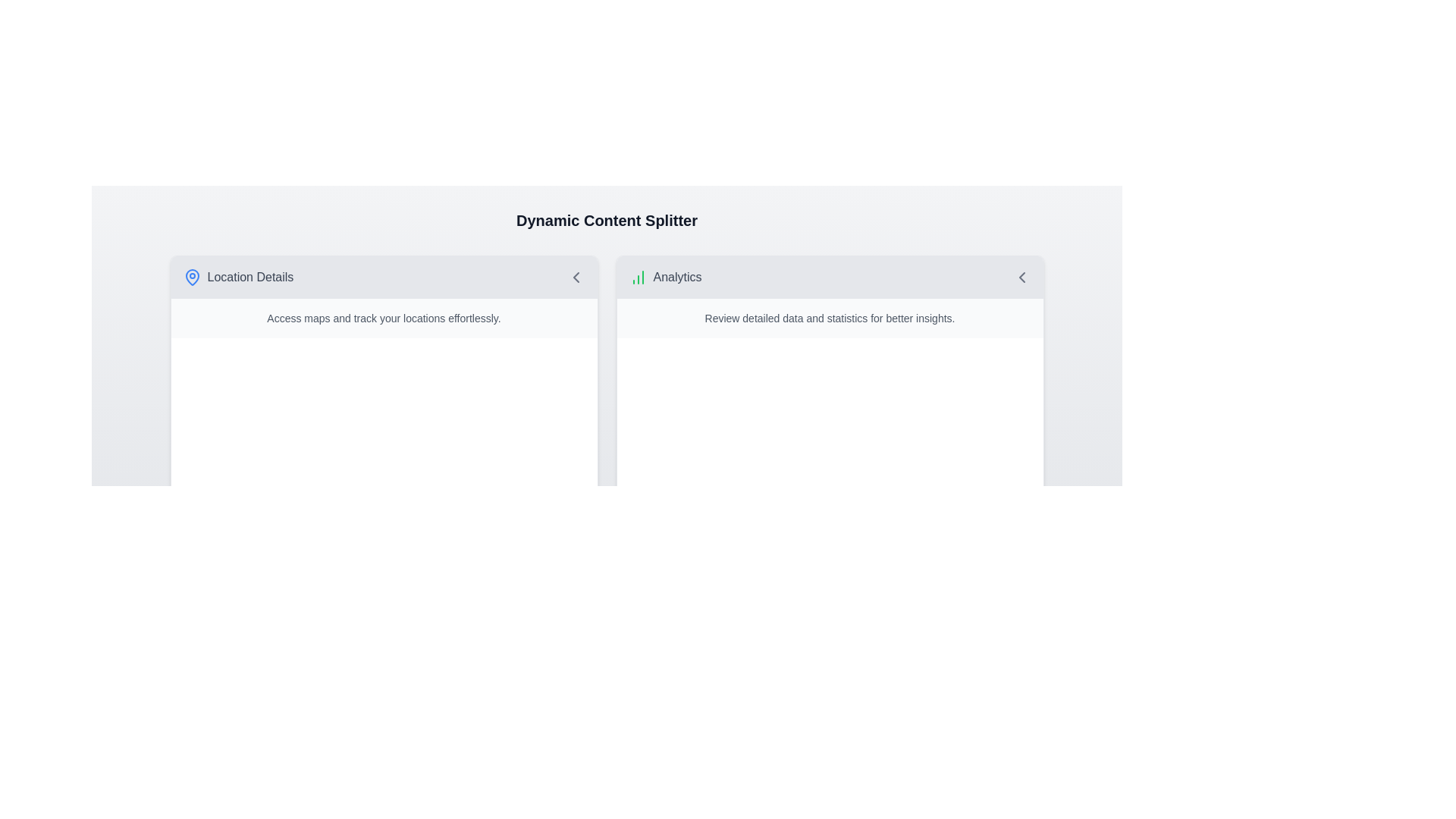  I want to click on the 'Location Details' button located at the top-left corner of the card structure to possibly show tooltips, so click(384, 278).